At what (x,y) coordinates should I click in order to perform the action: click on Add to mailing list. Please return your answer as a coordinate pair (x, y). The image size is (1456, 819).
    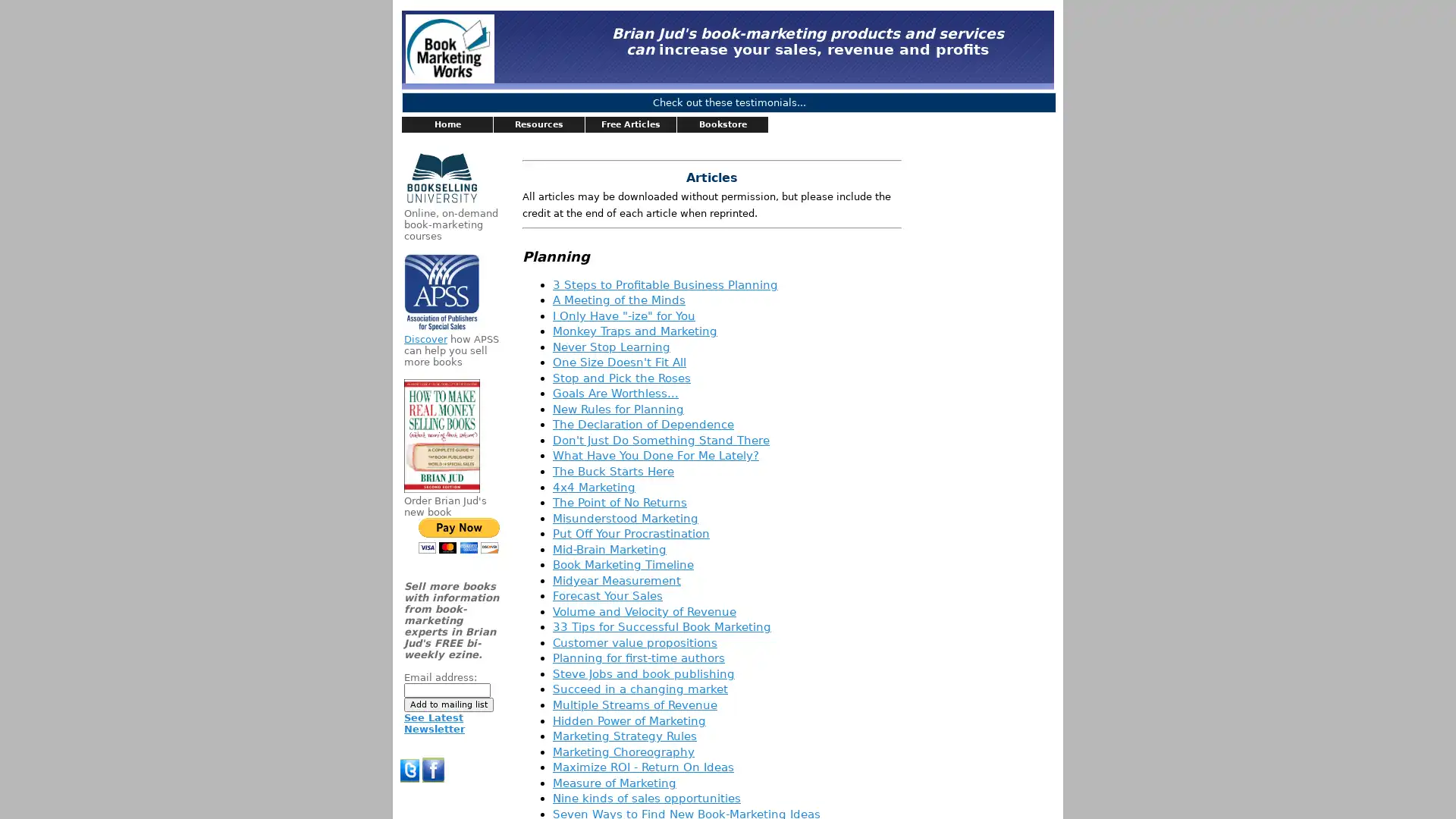
    Looking at the image, I should click on (447, 716).